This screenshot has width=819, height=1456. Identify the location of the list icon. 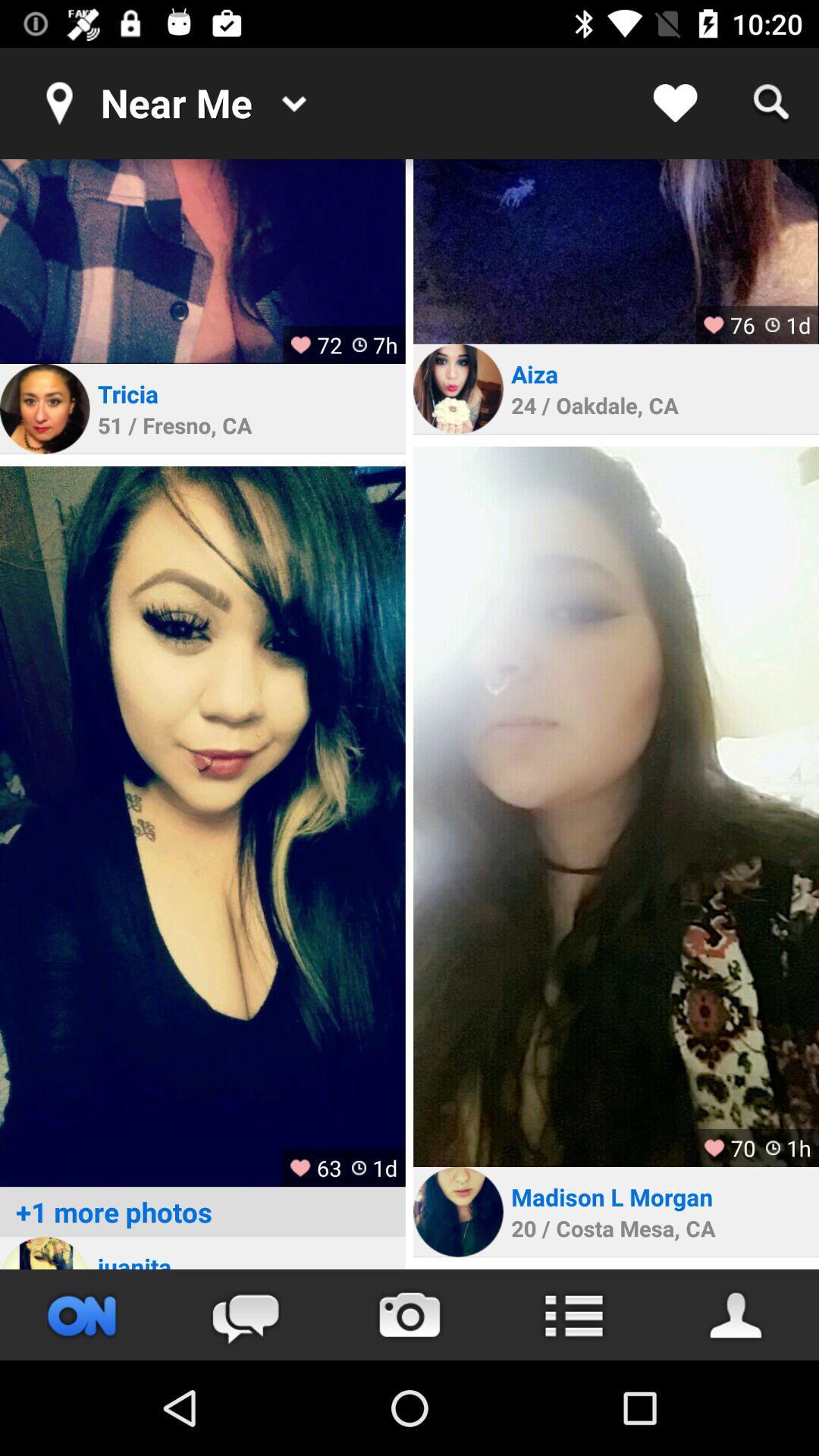
(573, 1314).